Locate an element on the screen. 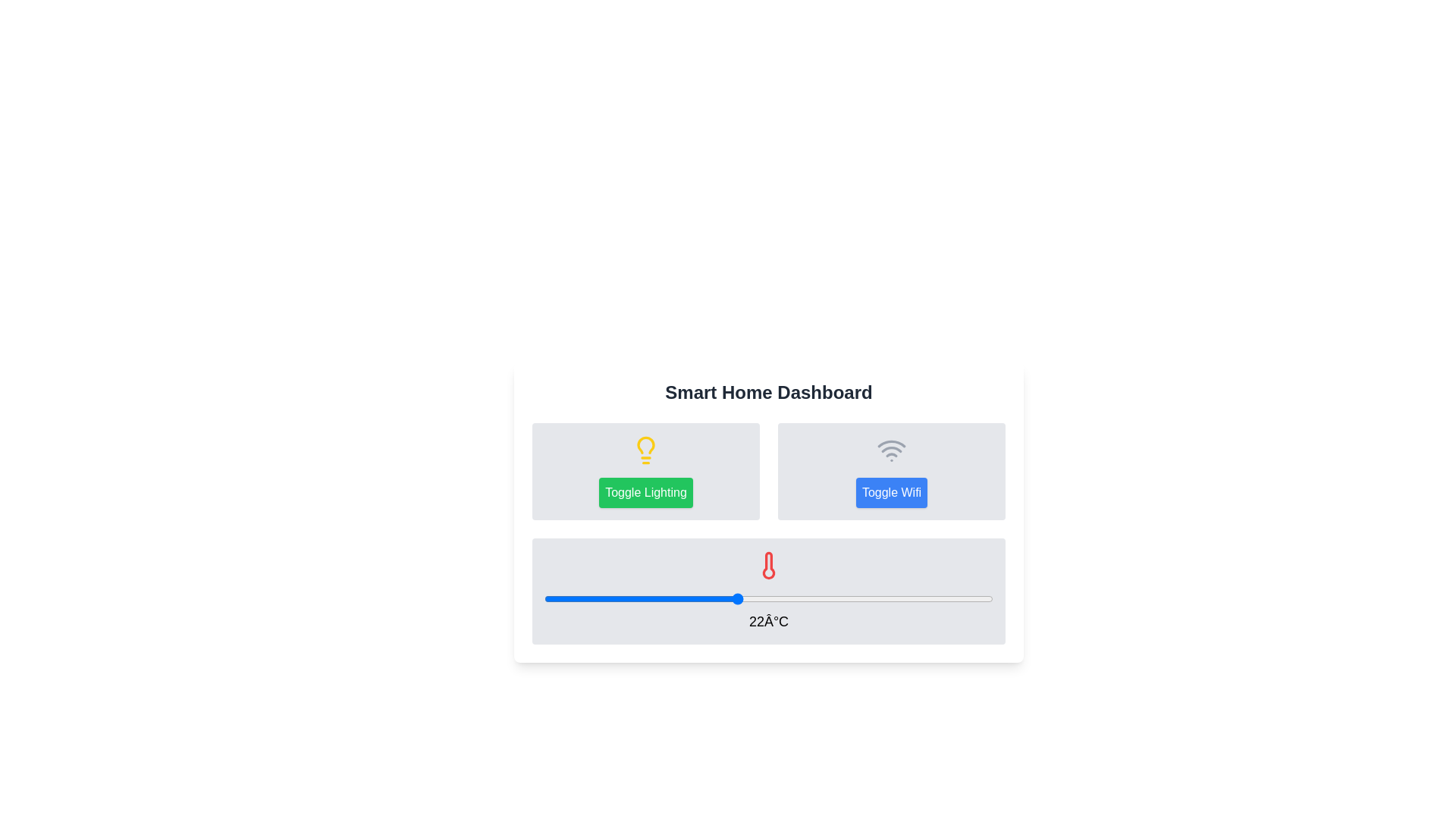  the temperature is located at coordinates (640, 598).